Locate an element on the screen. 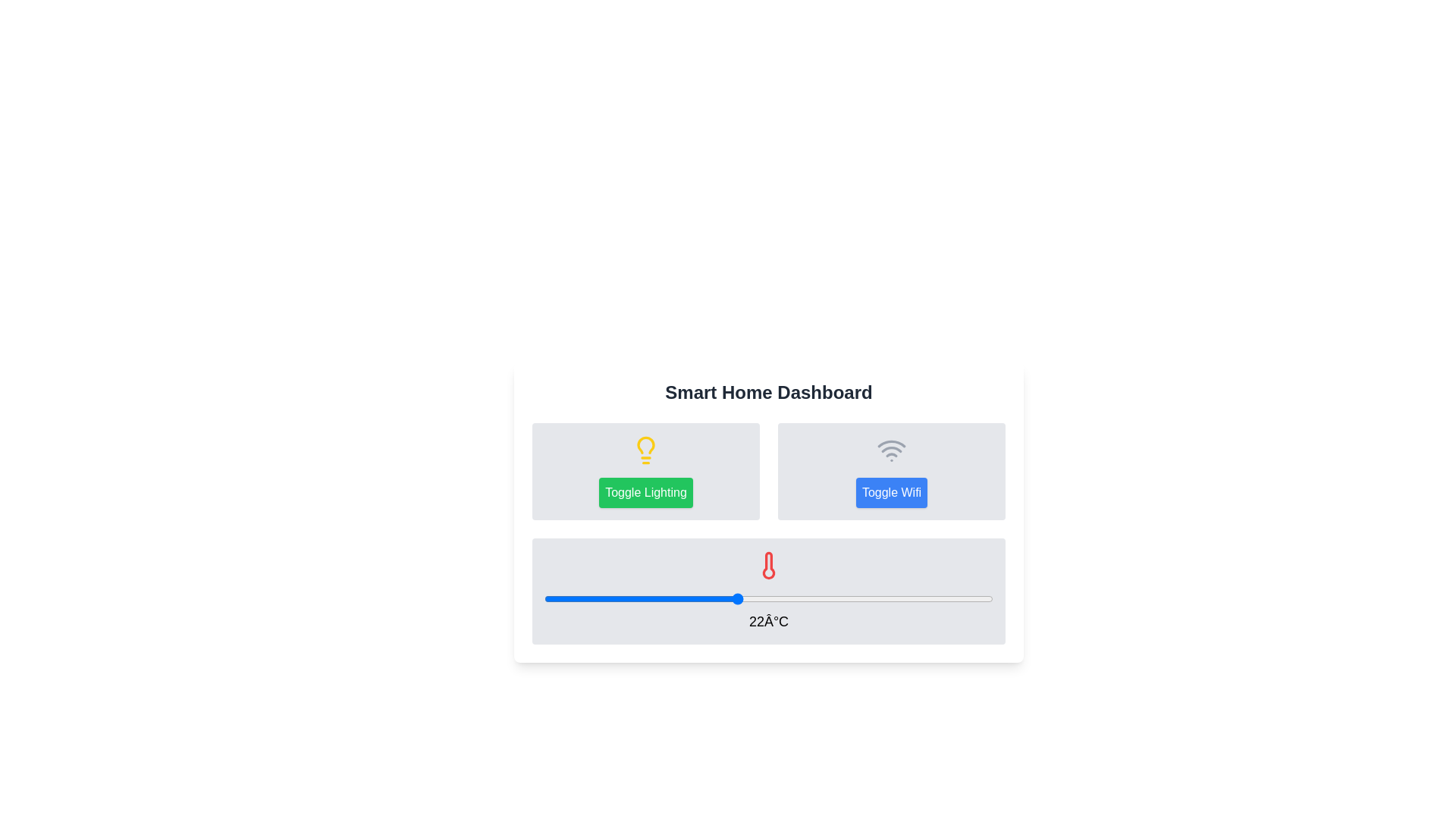  the temperature is located at coordinates (640, 598).